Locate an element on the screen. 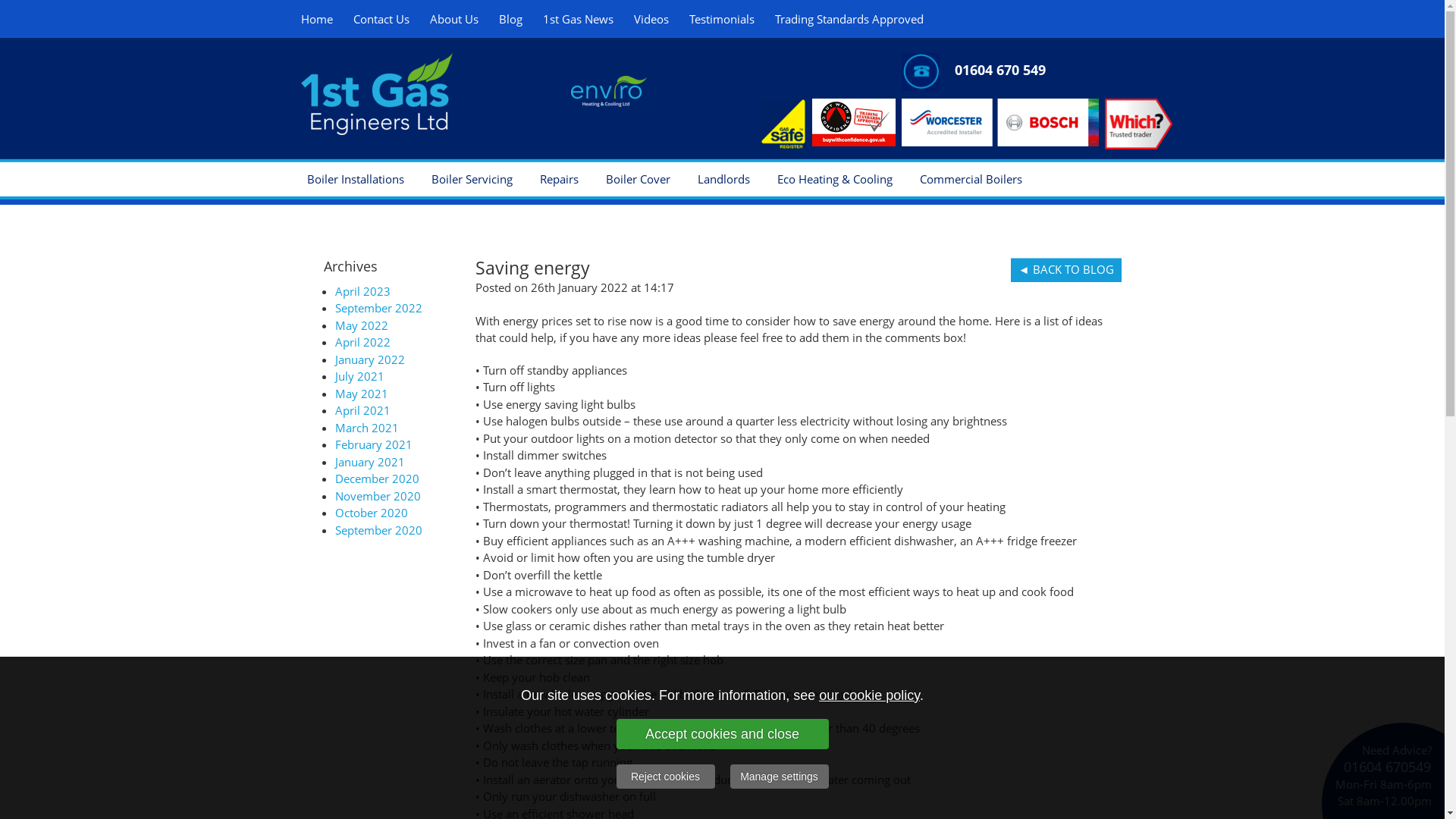 The height and width of the screenshot is (819, 1456). 'July 2021' is located at coordinates (359, 375).